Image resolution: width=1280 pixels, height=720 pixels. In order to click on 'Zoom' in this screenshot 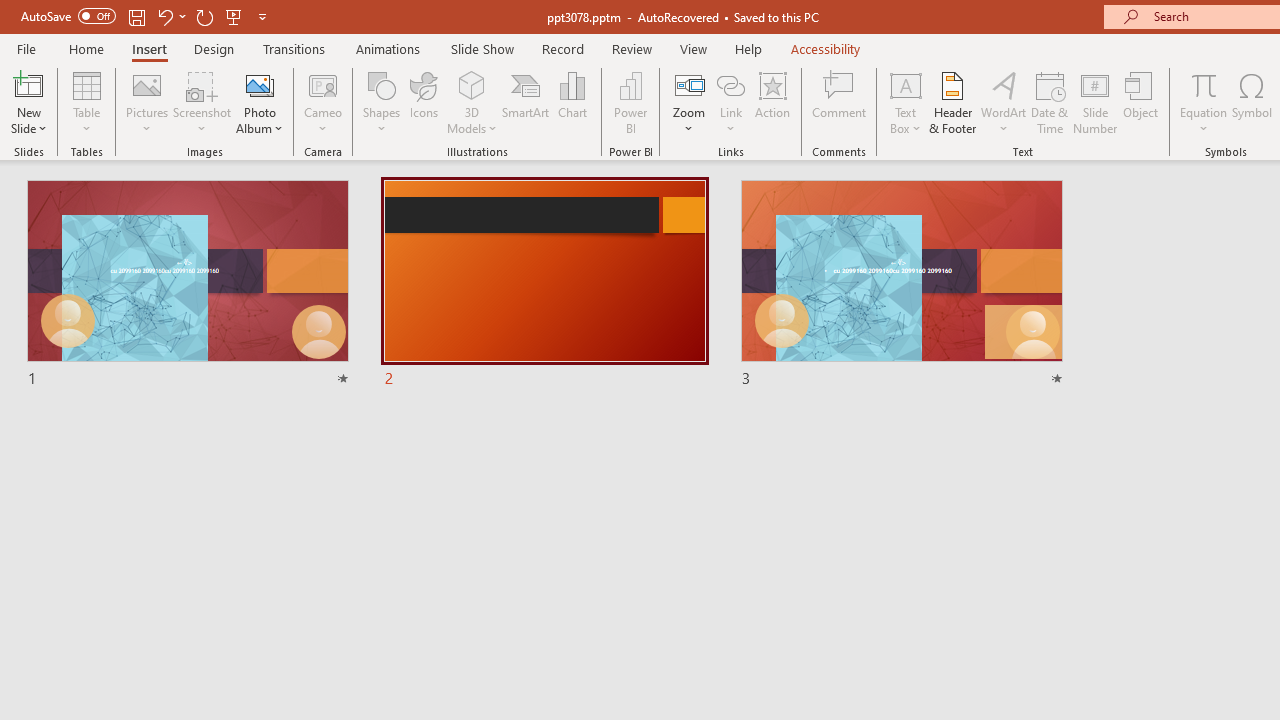, I will do `click(689, 103)`.